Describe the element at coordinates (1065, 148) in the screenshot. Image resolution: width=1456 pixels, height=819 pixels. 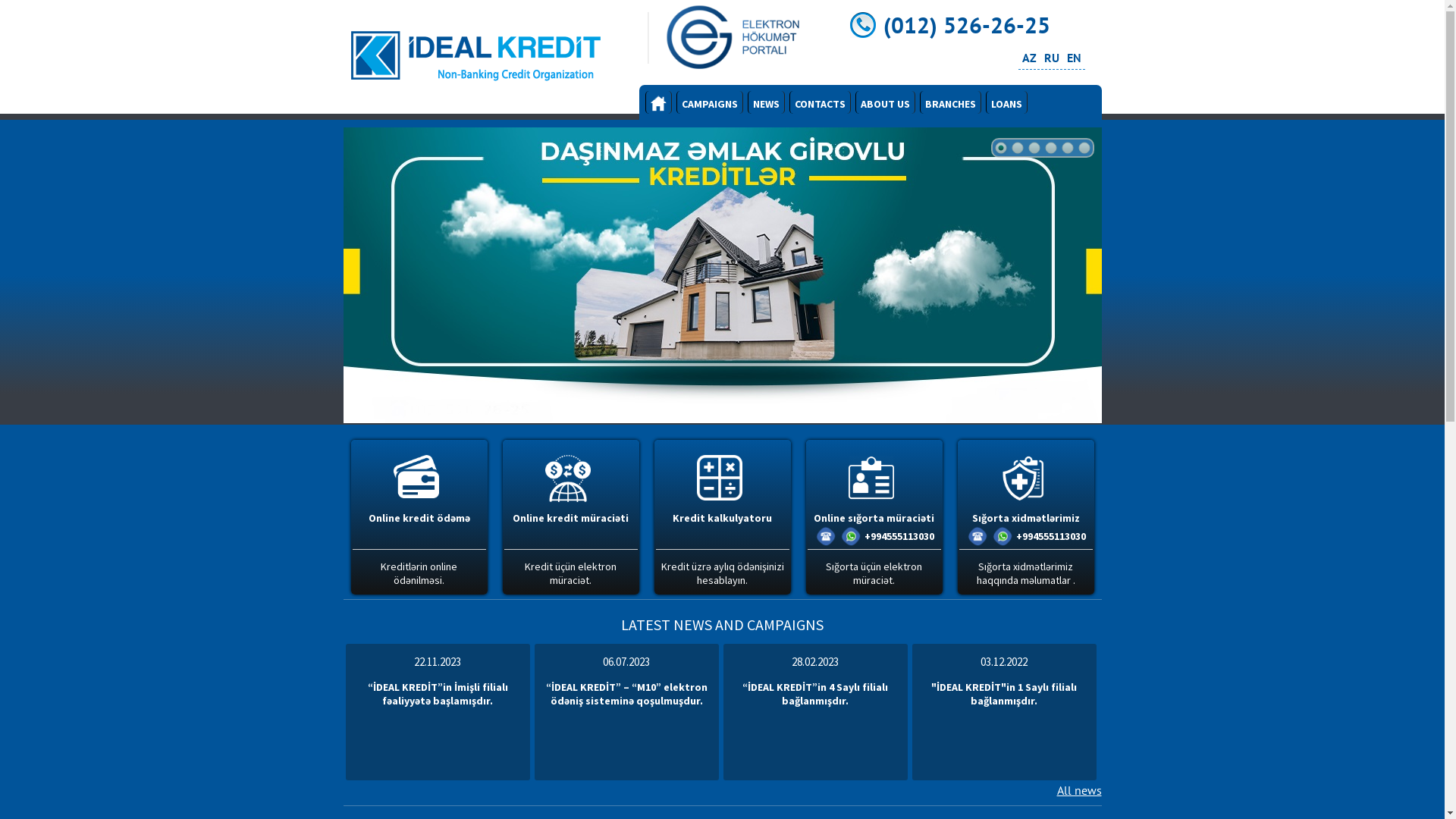
I see `'5'` at that location.